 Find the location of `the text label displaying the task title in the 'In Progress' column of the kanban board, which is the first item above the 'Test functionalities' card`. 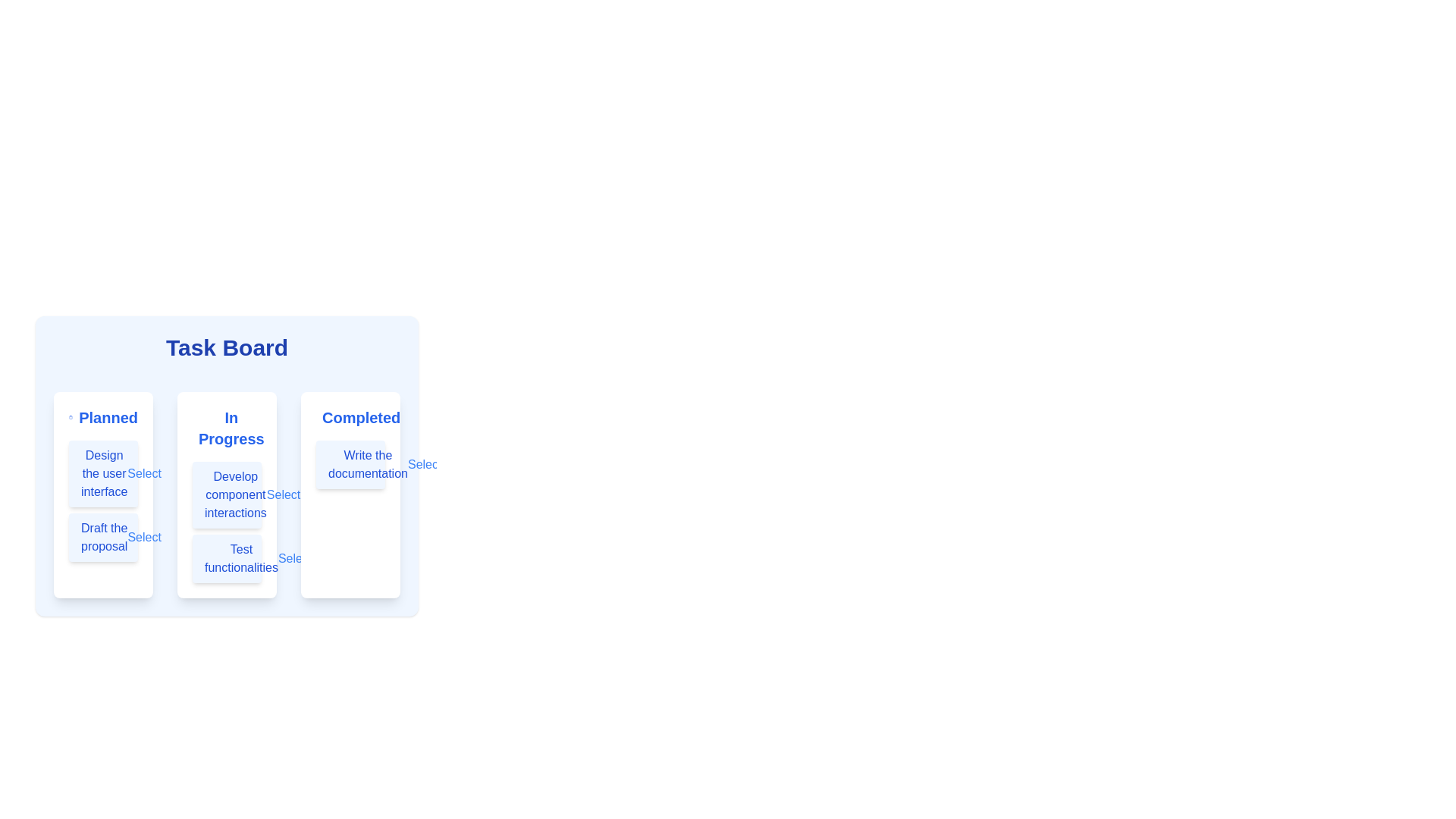

the text label displaying the task title in the 'In Progress' column of the kanban board, which is the first item above the 'Test functionalities' card is located at coordinates (234, 494).